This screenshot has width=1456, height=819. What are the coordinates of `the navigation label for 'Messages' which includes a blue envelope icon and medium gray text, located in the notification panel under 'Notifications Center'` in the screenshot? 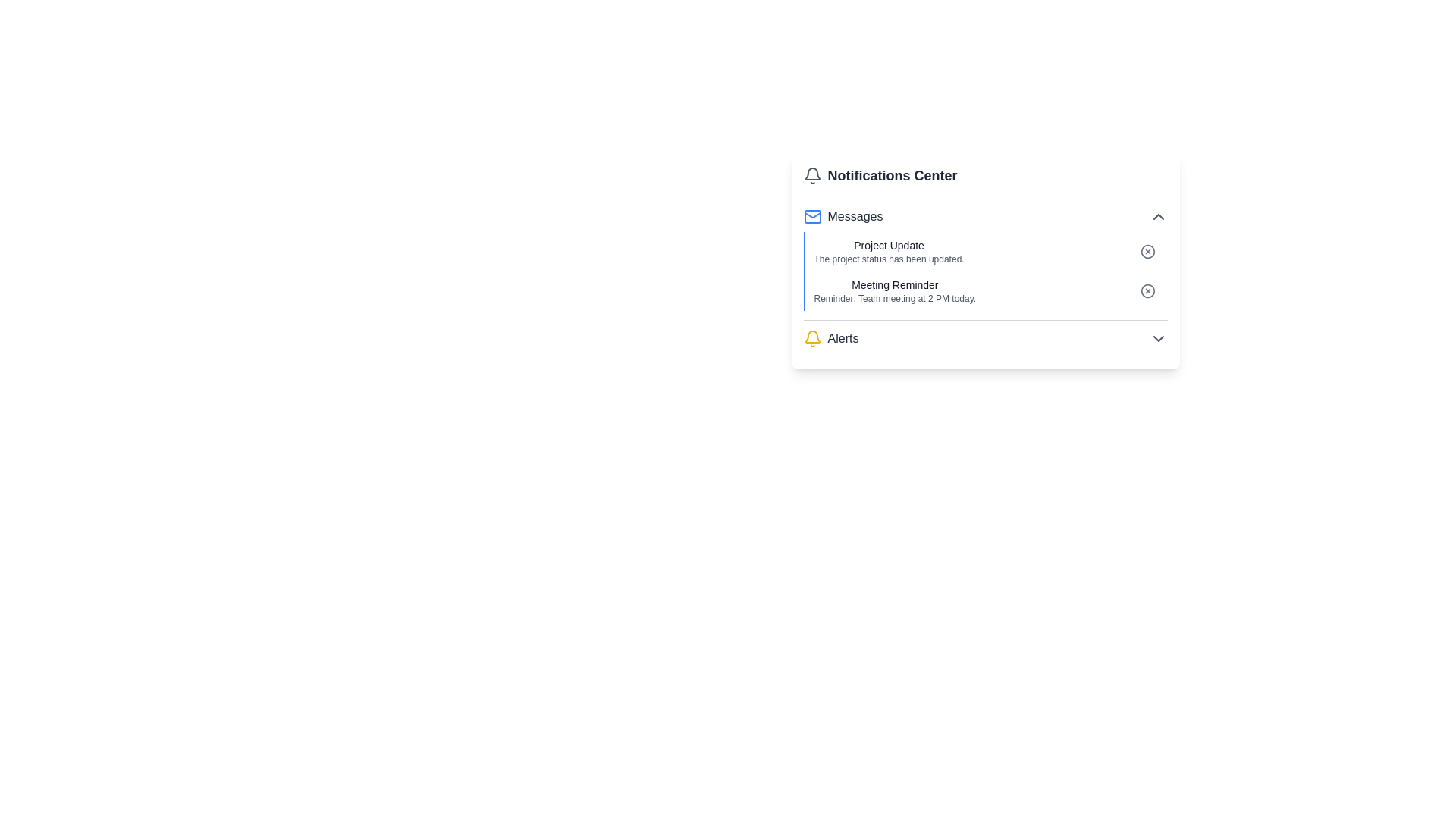 It's located at (842, 216).